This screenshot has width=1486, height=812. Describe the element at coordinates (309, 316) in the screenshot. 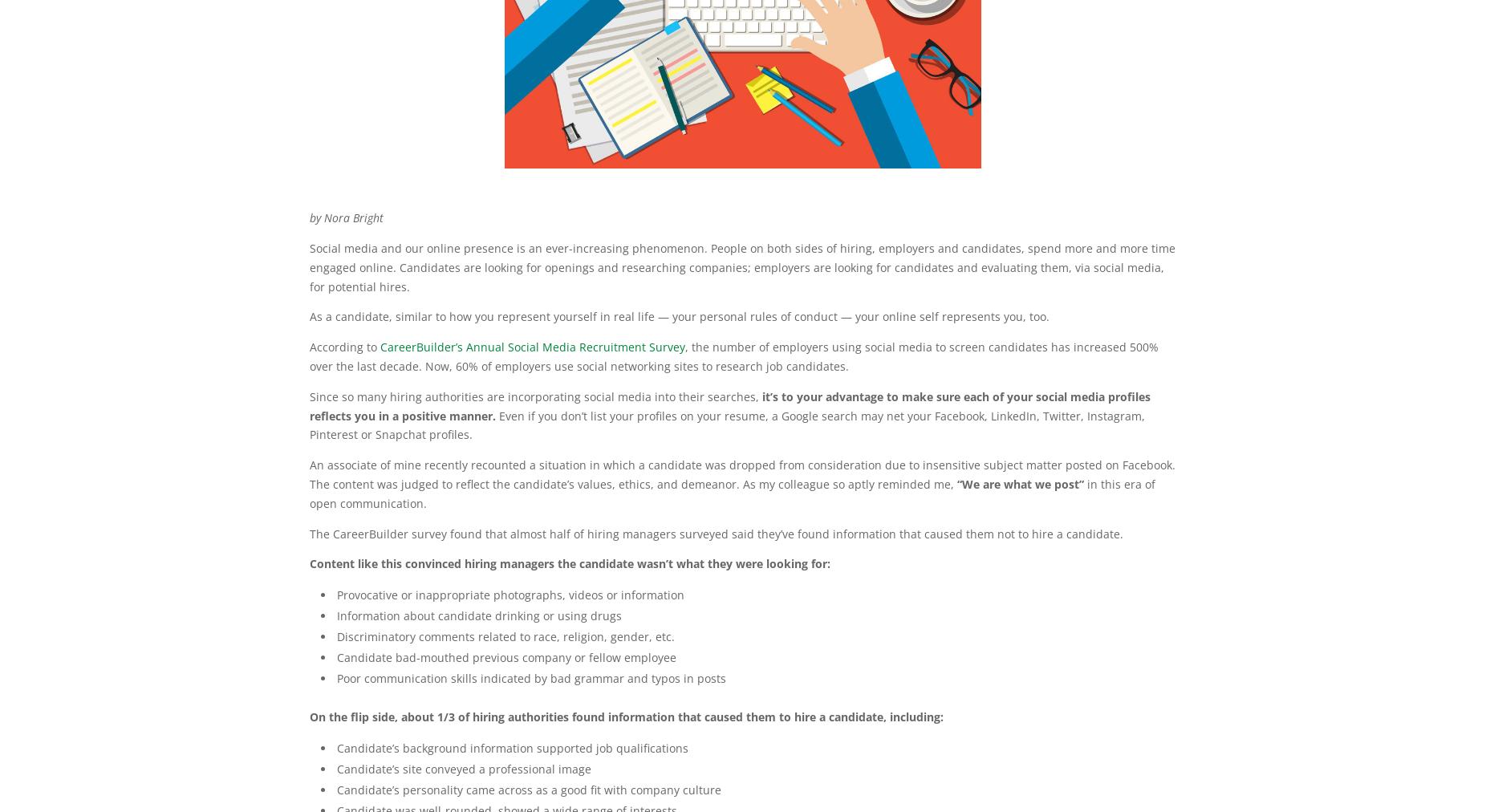

I see `'As a candidate, similar to how you represent yourself in real life — your personal rules of conduct — your online self represents you, too.'` at that location.